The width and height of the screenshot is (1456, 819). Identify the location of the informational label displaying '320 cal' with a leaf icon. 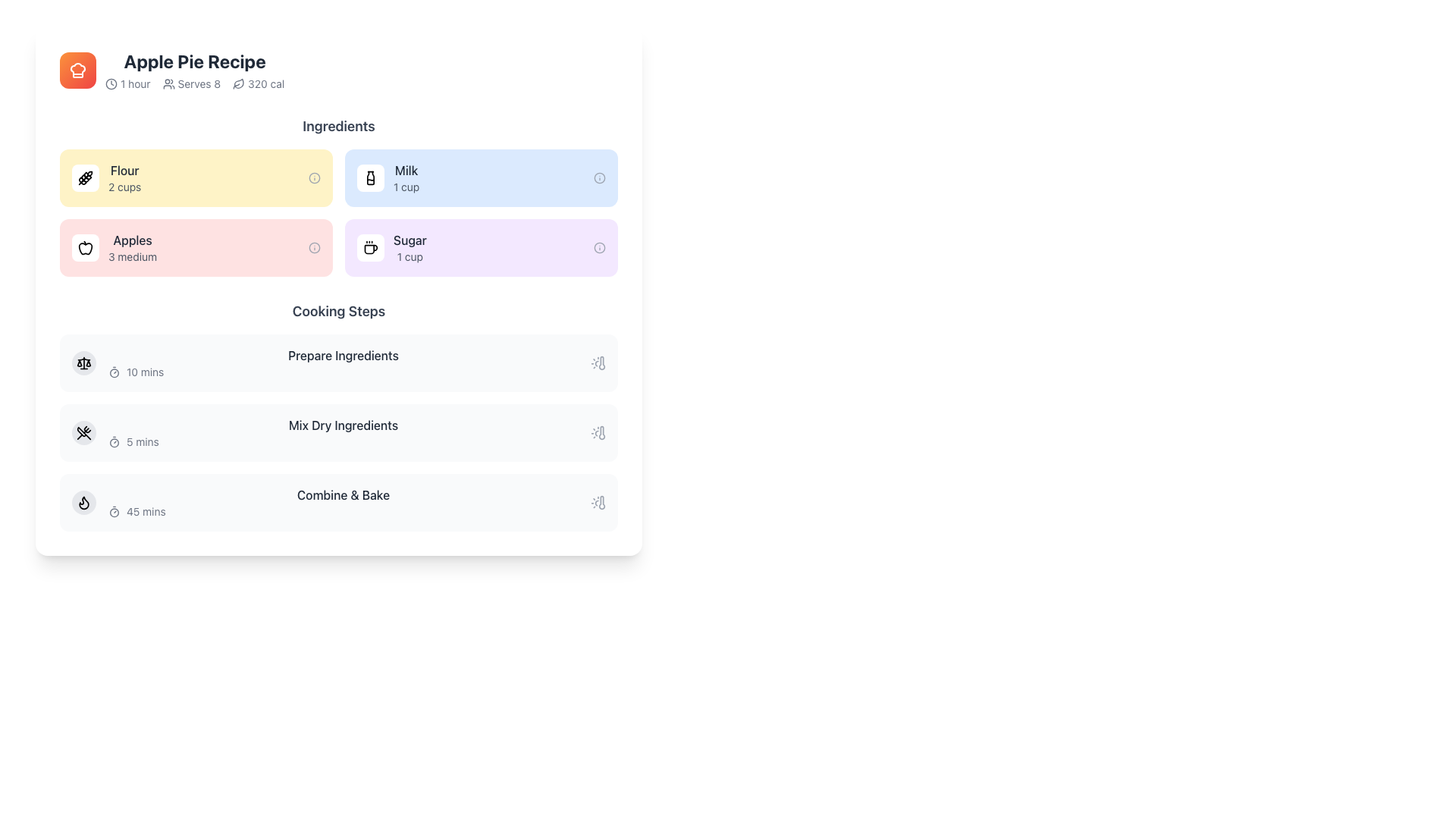
(259, 84).